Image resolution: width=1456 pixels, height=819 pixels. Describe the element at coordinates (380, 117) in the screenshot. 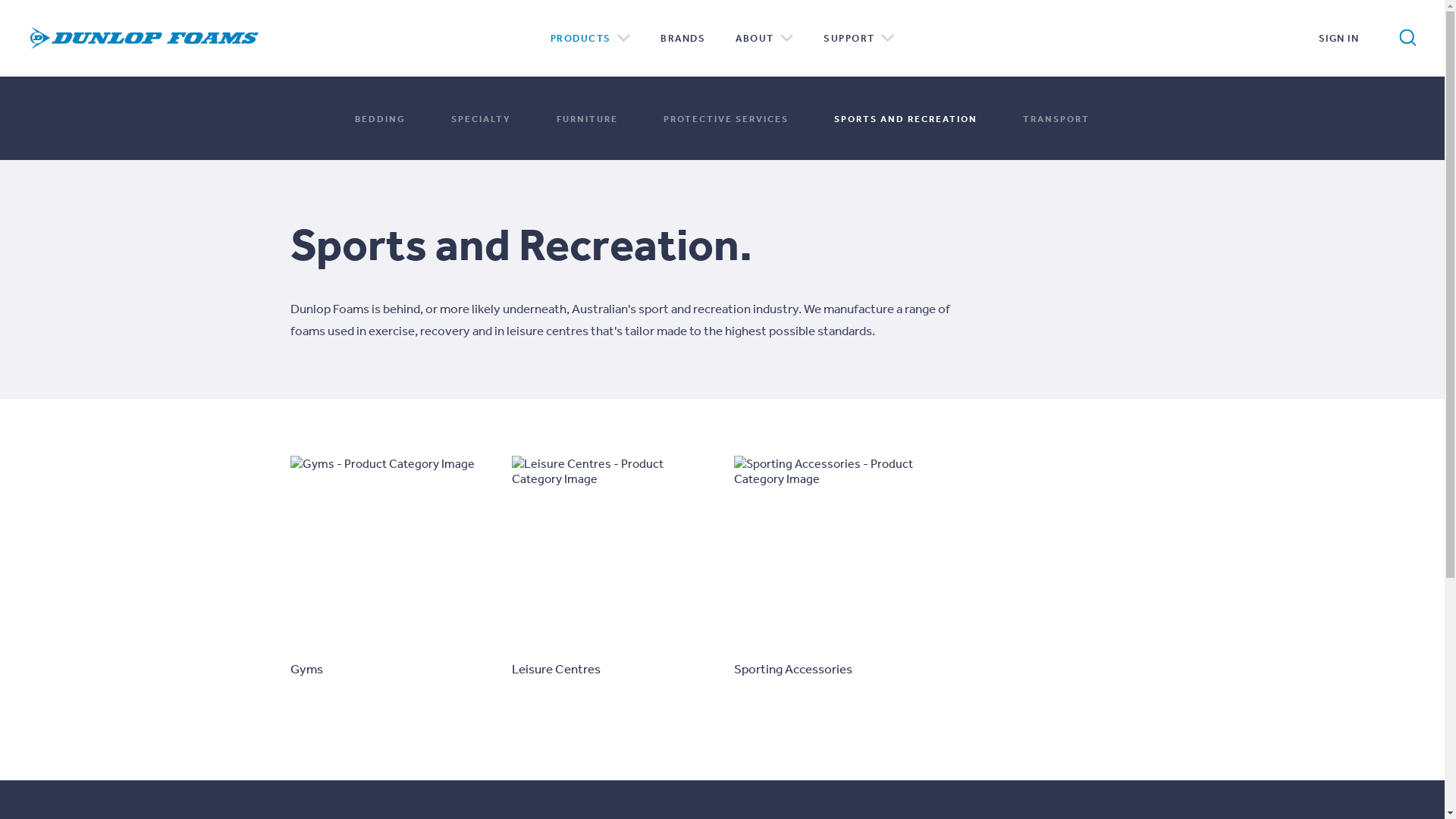

I see `'BEDDING'` at that location.